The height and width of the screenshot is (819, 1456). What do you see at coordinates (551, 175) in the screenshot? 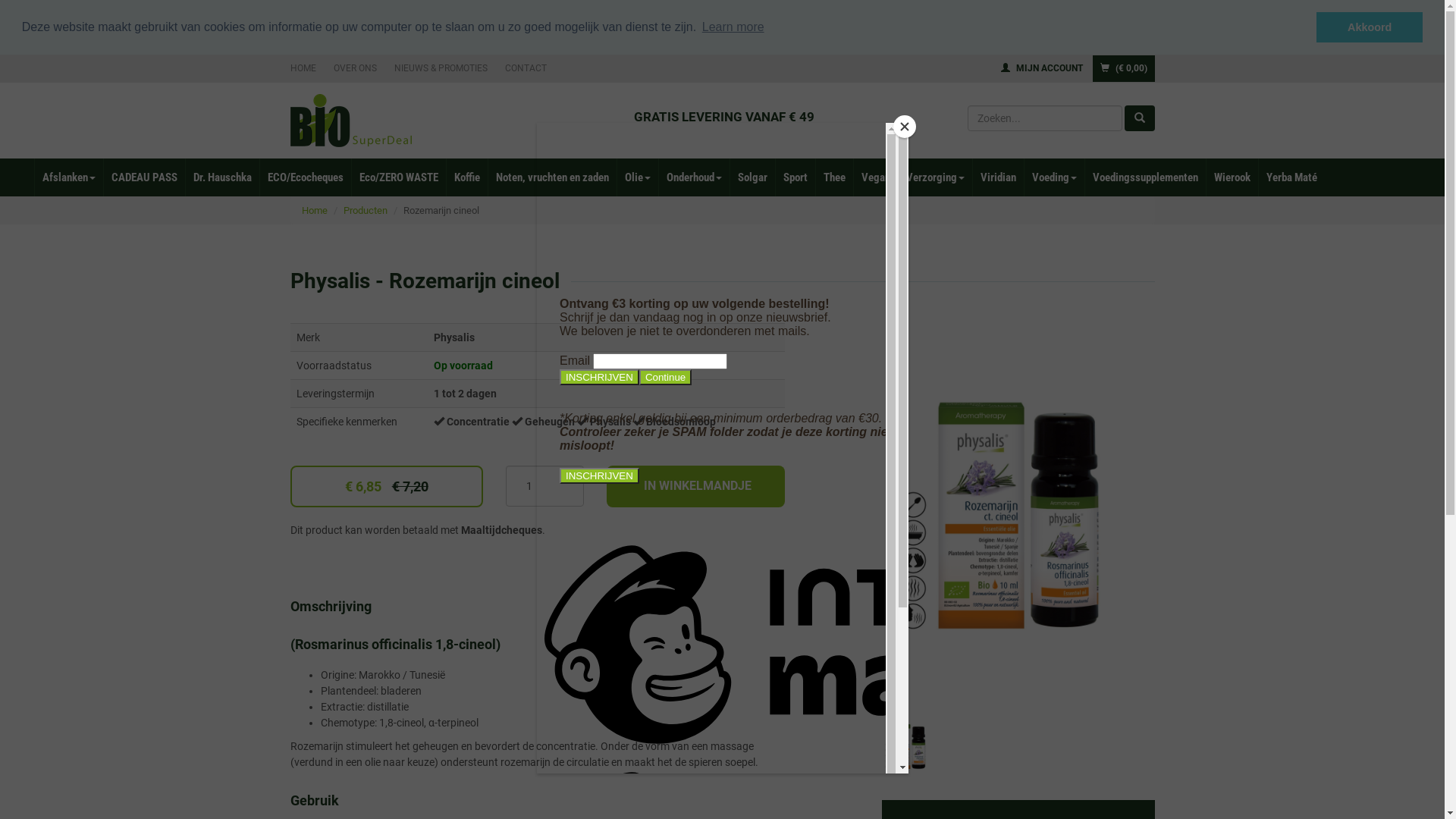
I see `'Noten, vruchten en zaden'` at bounding box center [551, 175].